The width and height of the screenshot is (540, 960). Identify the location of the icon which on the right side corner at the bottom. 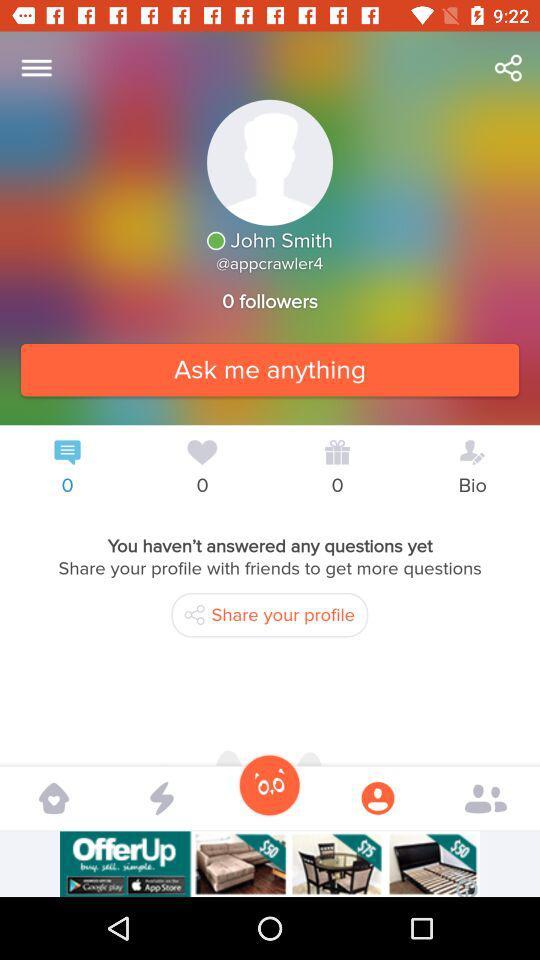
(485, 797).